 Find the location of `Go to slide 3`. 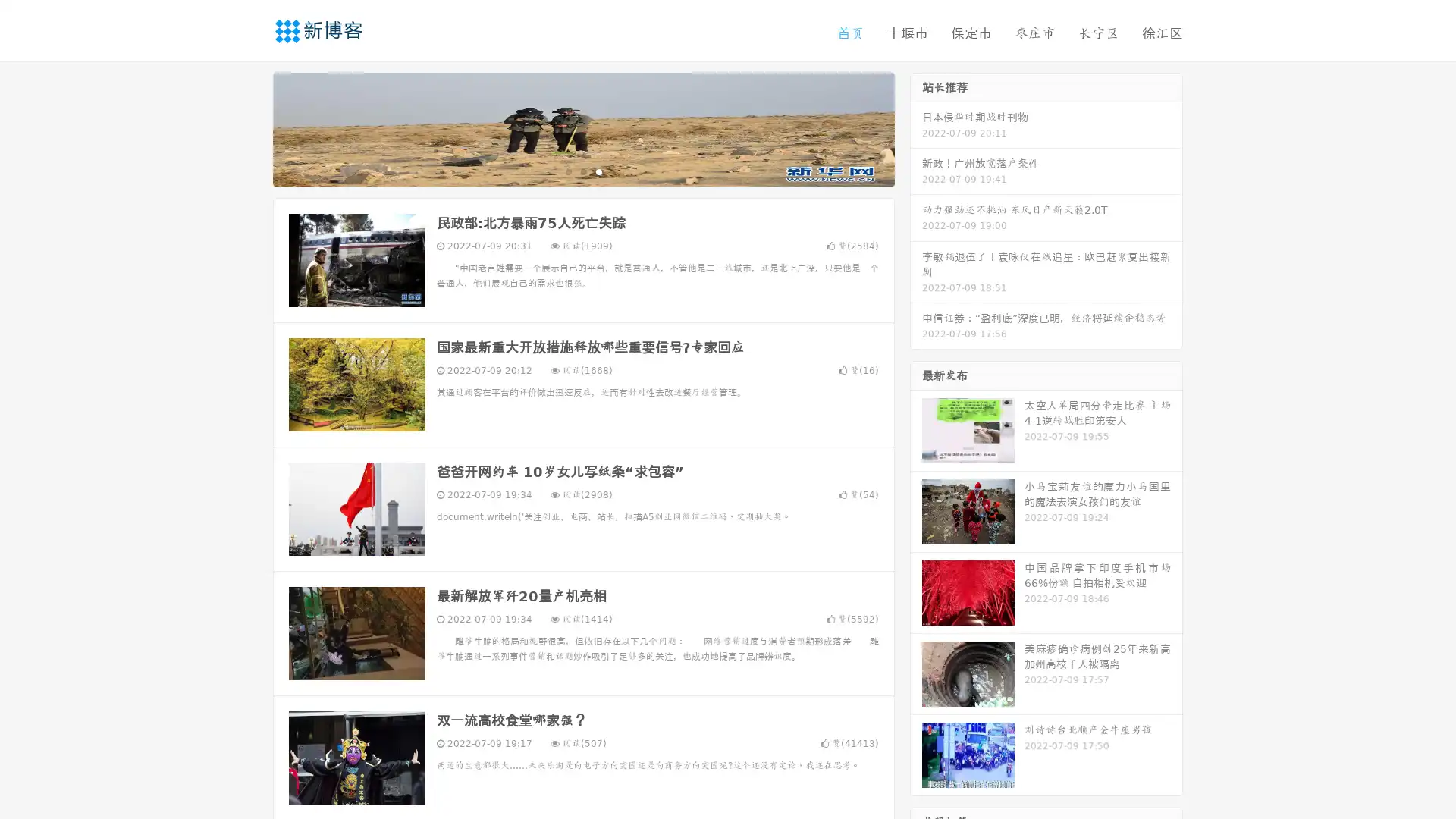

Go to slide 3 is located at coordinates (598, 171).